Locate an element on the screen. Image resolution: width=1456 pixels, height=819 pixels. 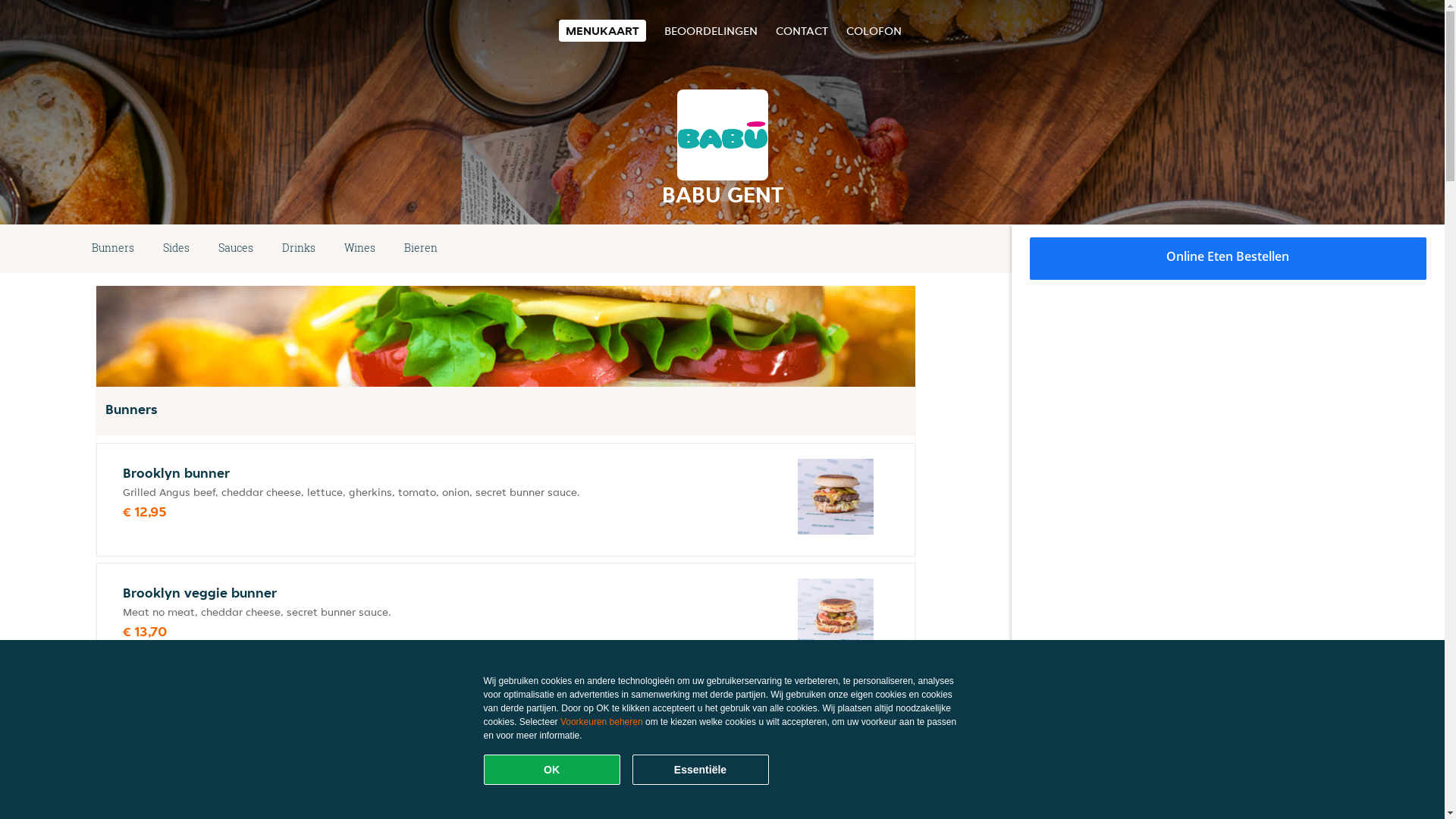
'COLOFON' is located at coordinates (874, 30).